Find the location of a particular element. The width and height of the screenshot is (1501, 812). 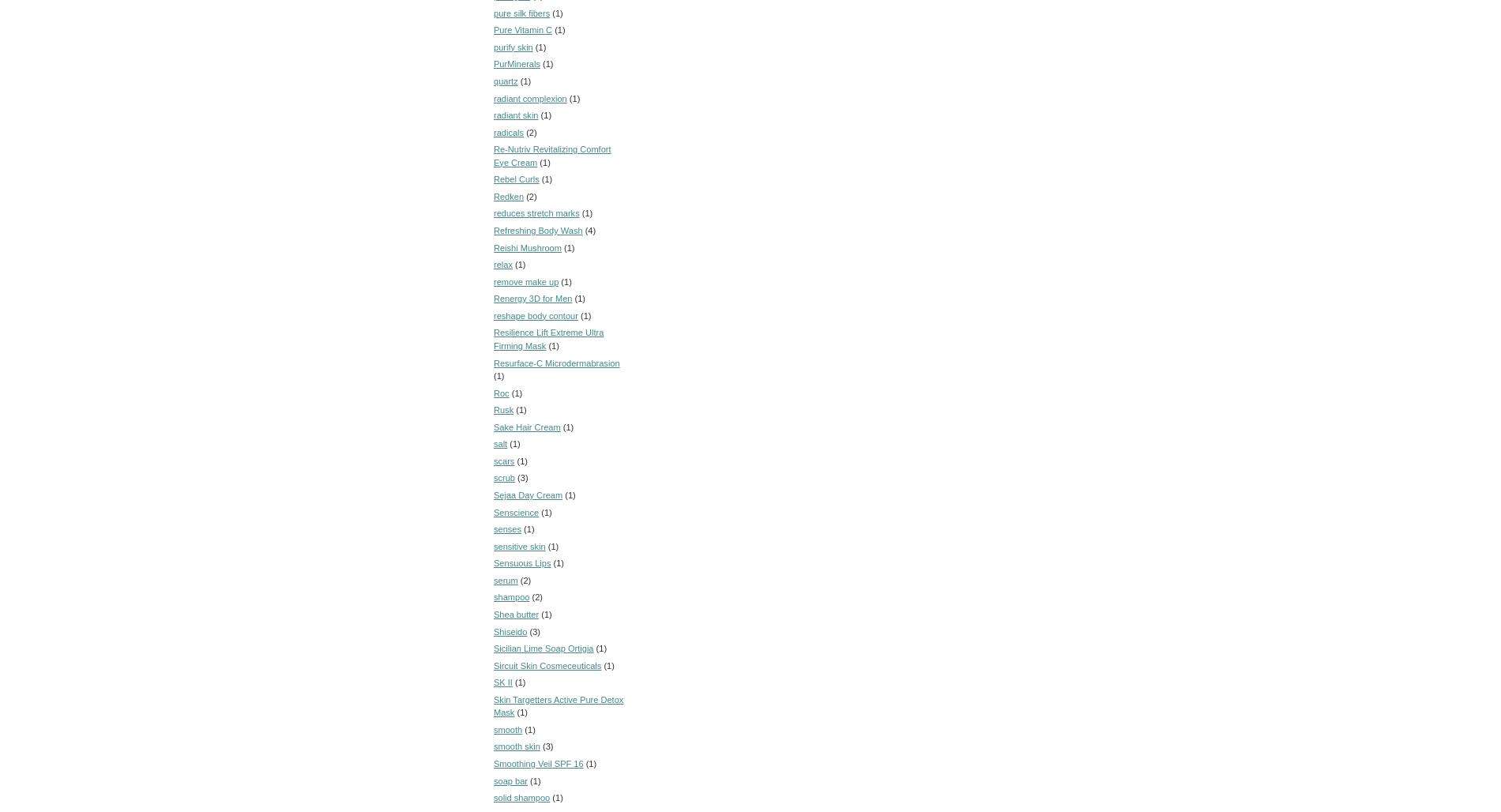

'shampoo' is located at coordinates (511, 596).